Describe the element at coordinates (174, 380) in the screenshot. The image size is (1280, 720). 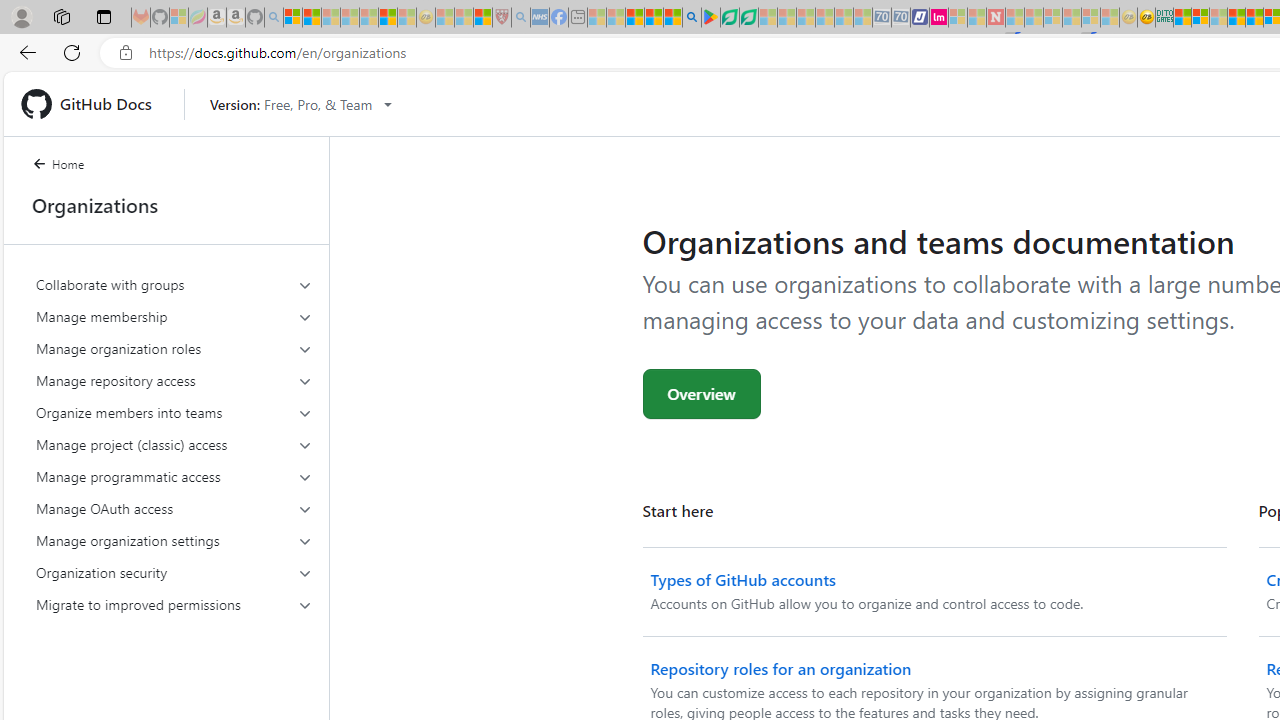
I see `'Manage repository access'` at that location.